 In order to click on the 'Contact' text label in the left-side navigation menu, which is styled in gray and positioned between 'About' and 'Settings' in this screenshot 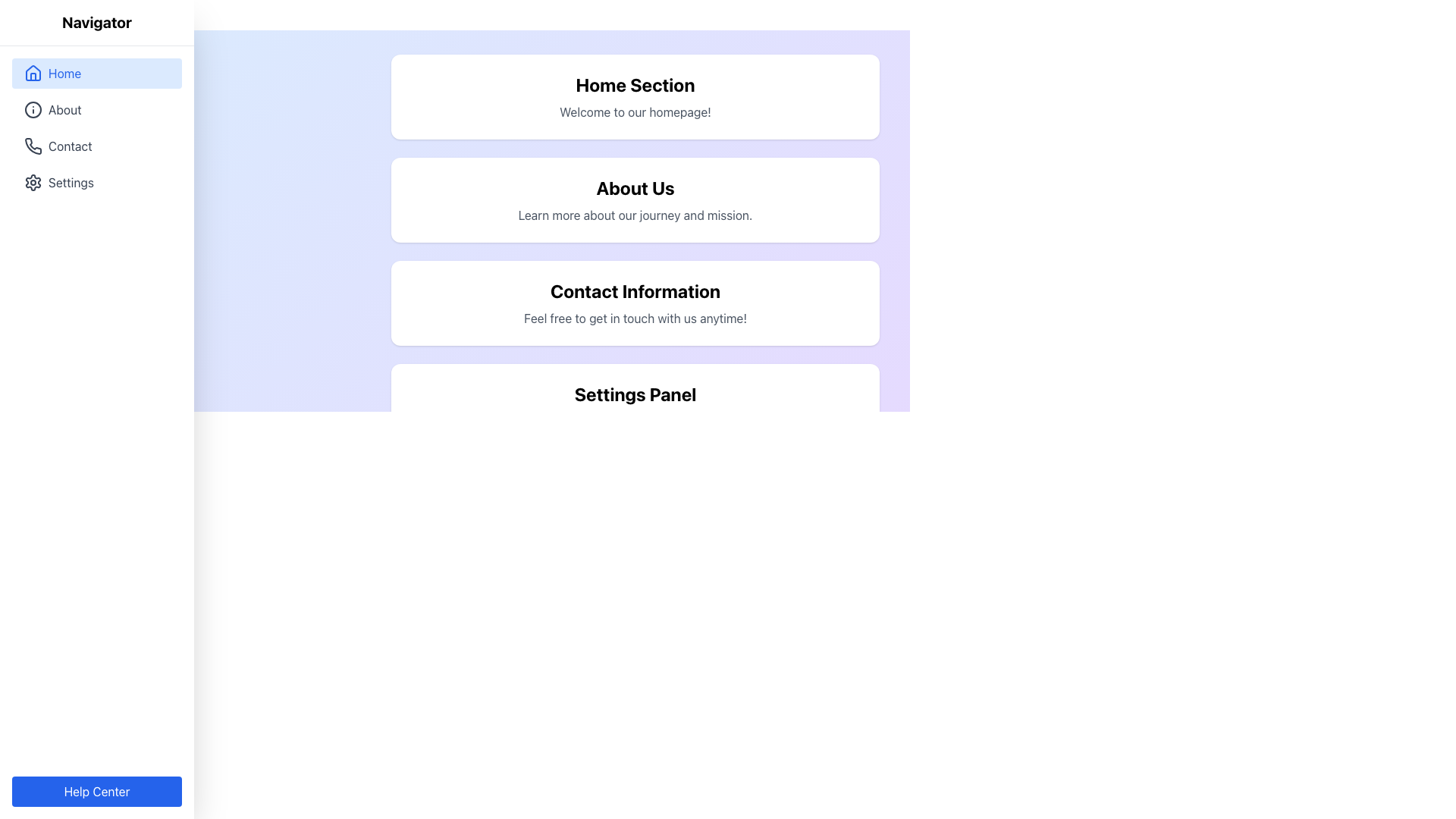, I will do `click(69, 146)`.